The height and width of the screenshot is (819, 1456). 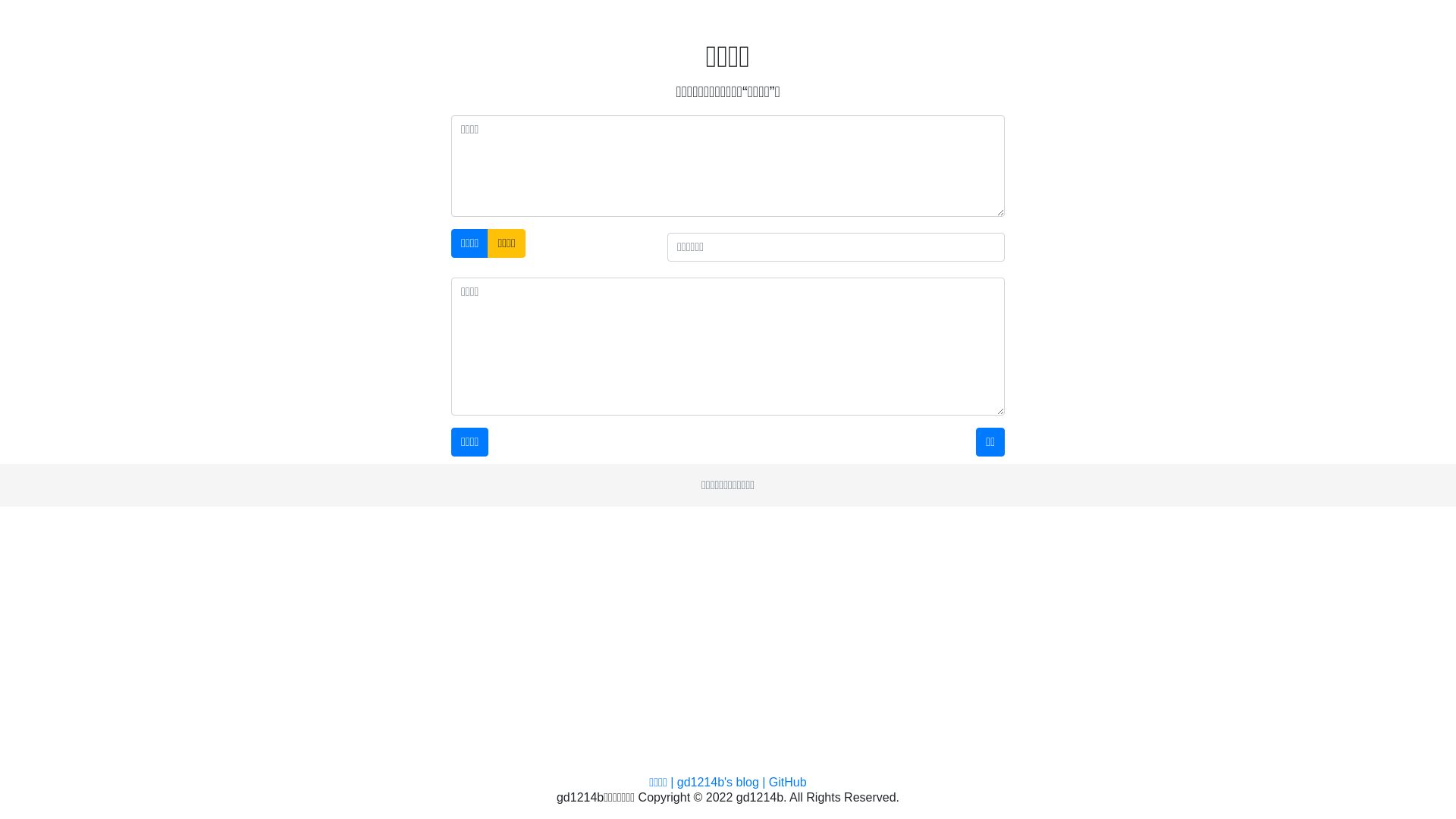 I want to click on 'GitHub', so click(x=787, y=782).